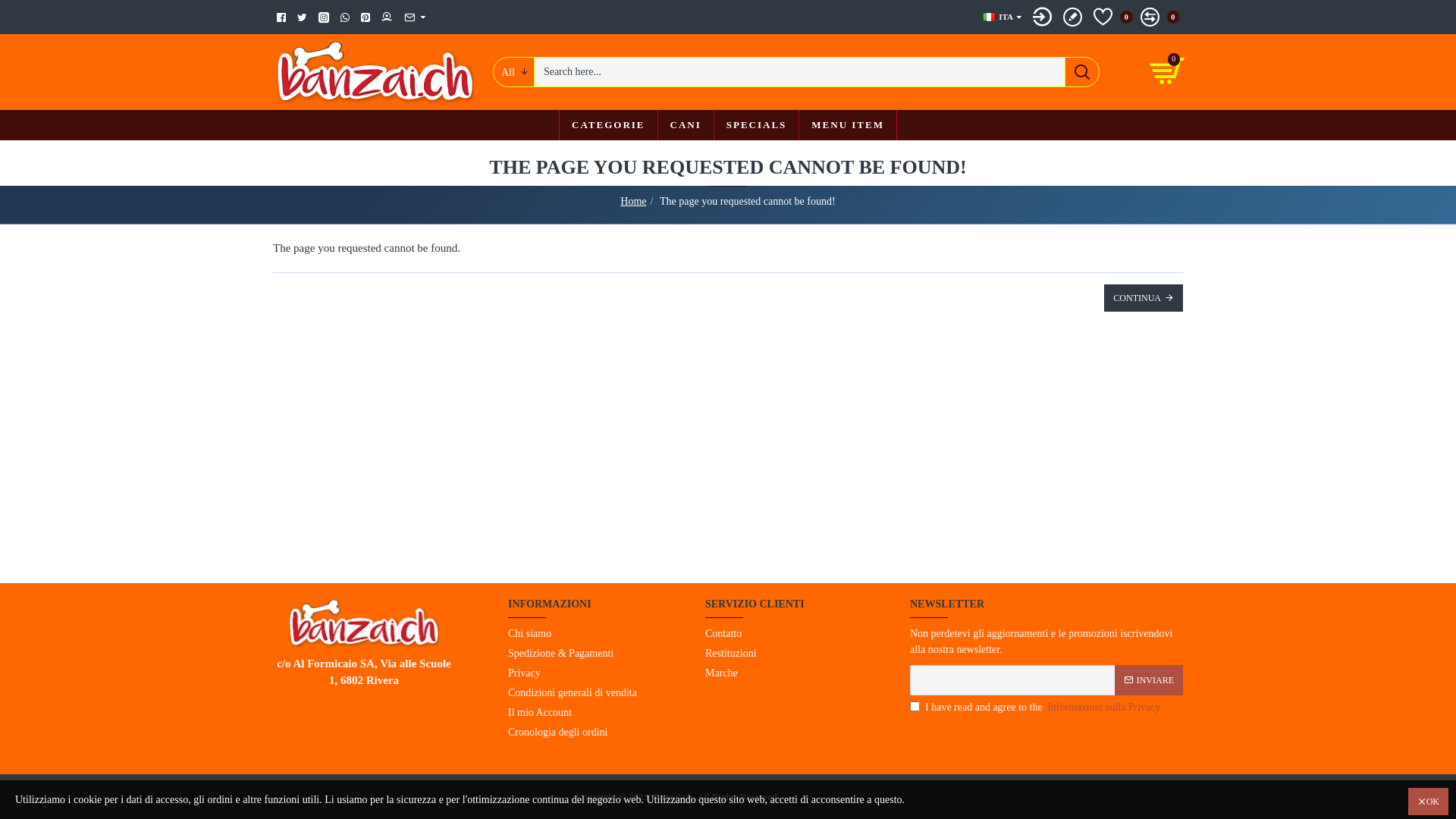 Image resolution: width=1456 pixels, height=819 pixels. I want to click on 'ITA', so click(997, 17).